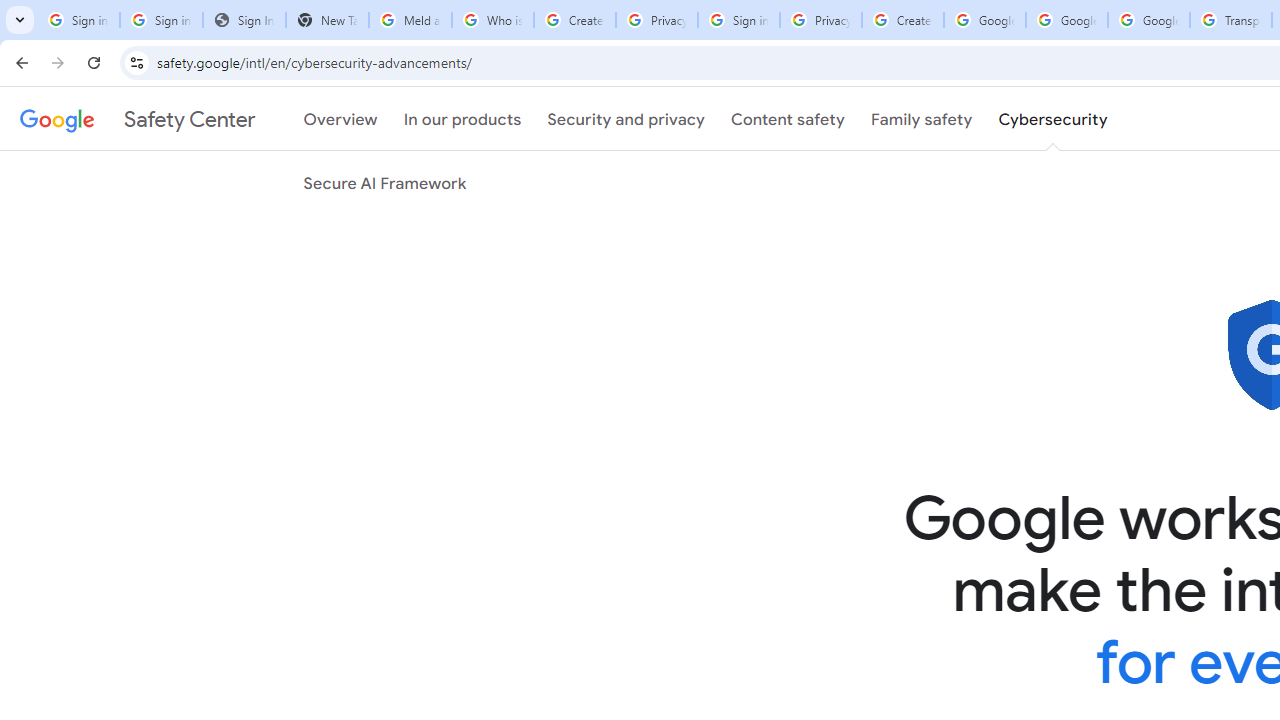  What do you see at coordinates (327, 20) in the screenshot?
I see `'New Tab'` at bounding box center [327, 20].